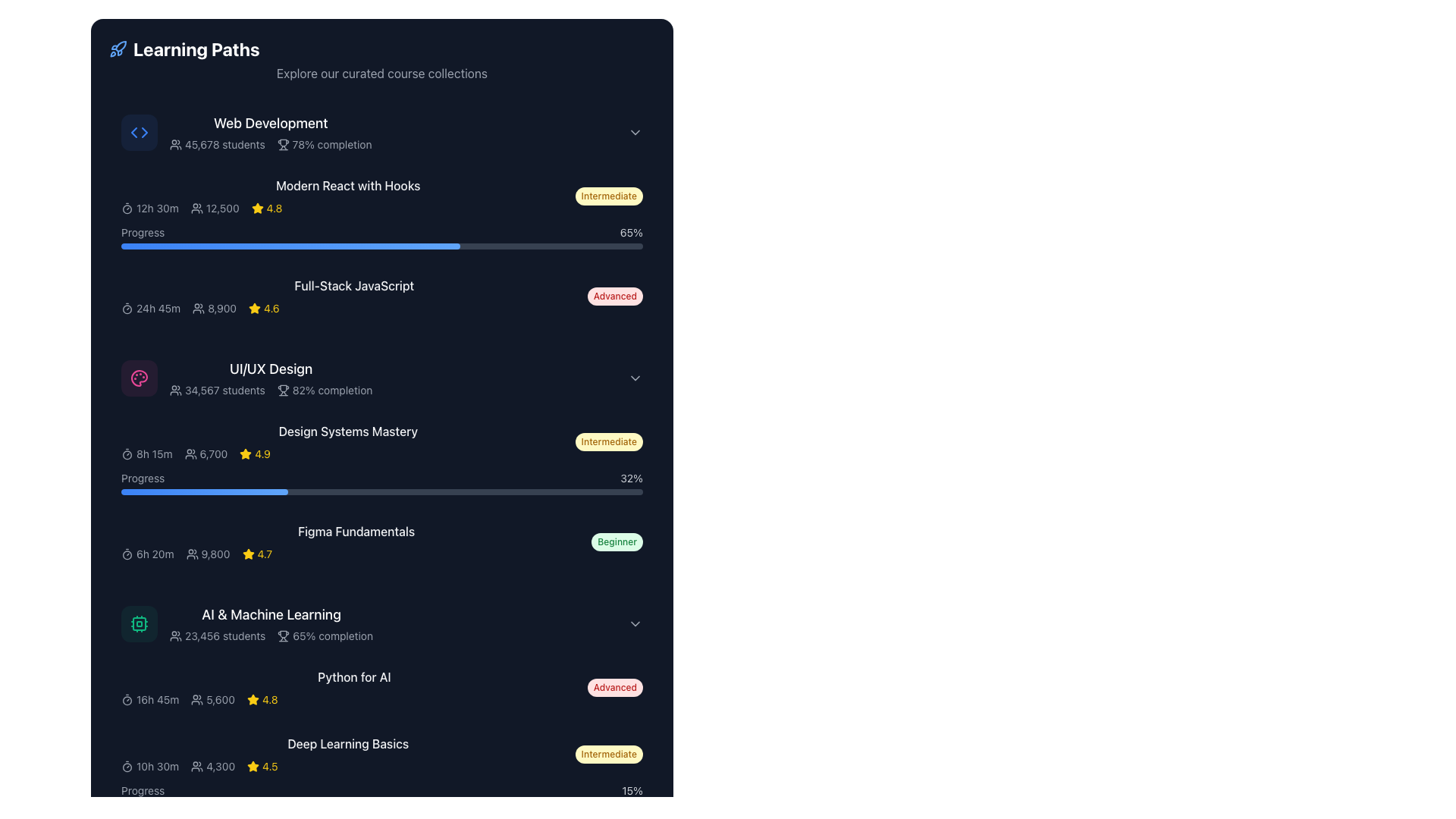 Image resolution: width=1456 pixels, height=819 pixels. What do you see at coordinates (146, 453) in the screenshot?
I see `the Time indicator element that displays the estimated duration of the 'Design Systems Mastery' course, located at the beginning of the horizontal group below the course section` at bounding box center [146, 453].